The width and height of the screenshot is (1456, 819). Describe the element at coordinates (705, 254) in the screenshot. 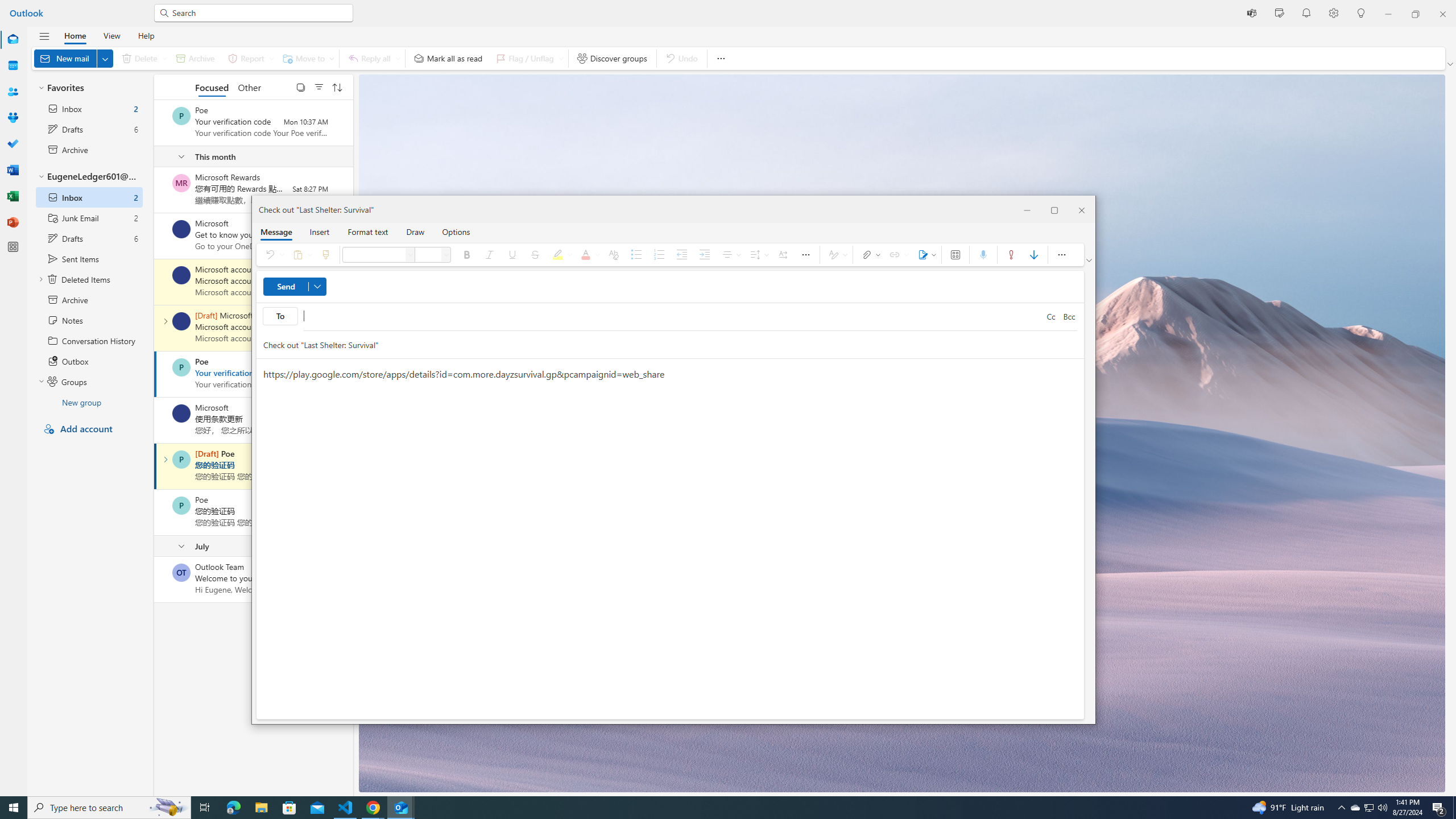

I see `'Increase indent'` at that location.